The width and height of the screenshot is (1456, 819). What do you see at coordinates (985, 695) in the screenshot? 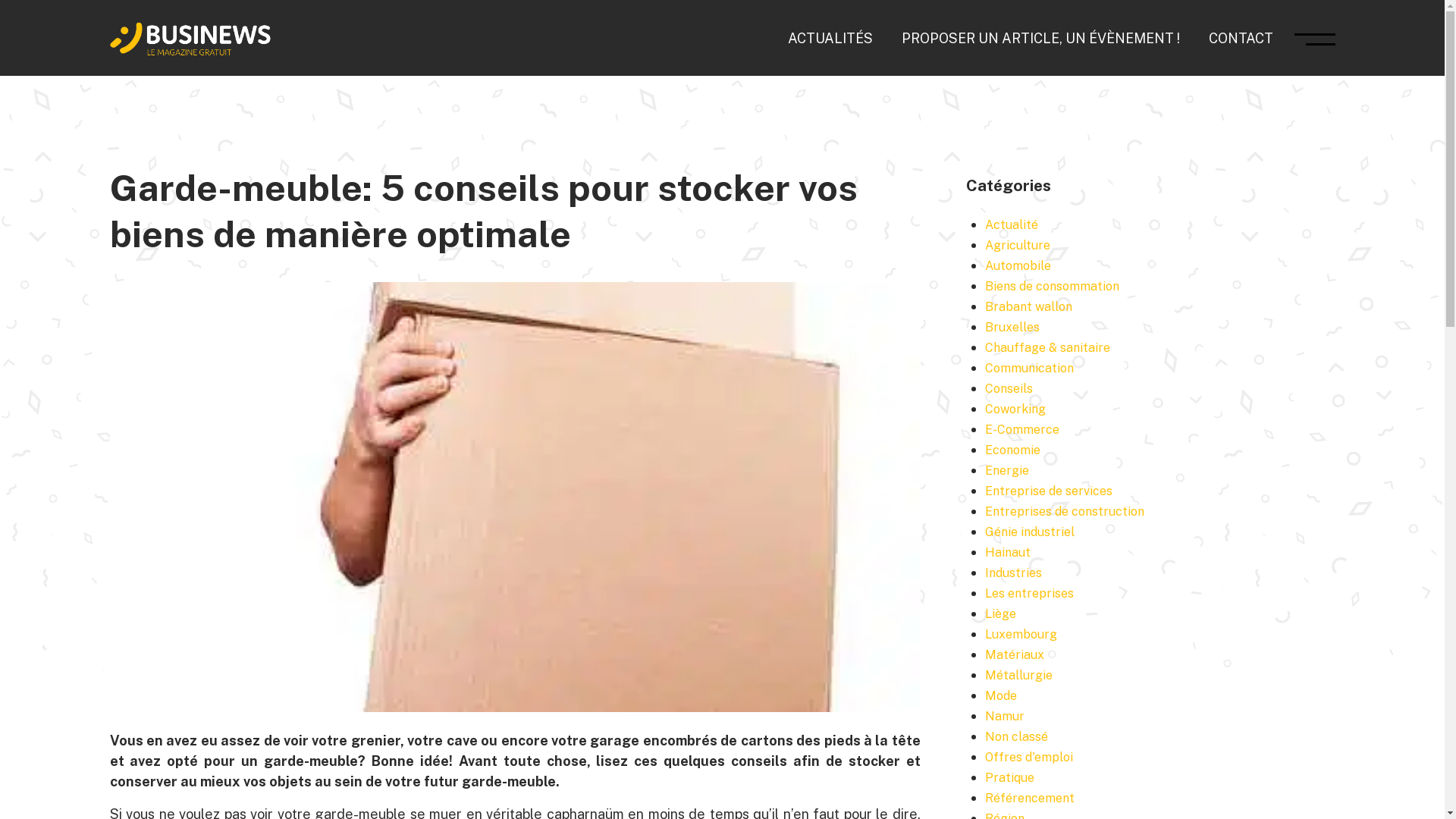
I see `'Mode'` at bounding box center [985, 695].